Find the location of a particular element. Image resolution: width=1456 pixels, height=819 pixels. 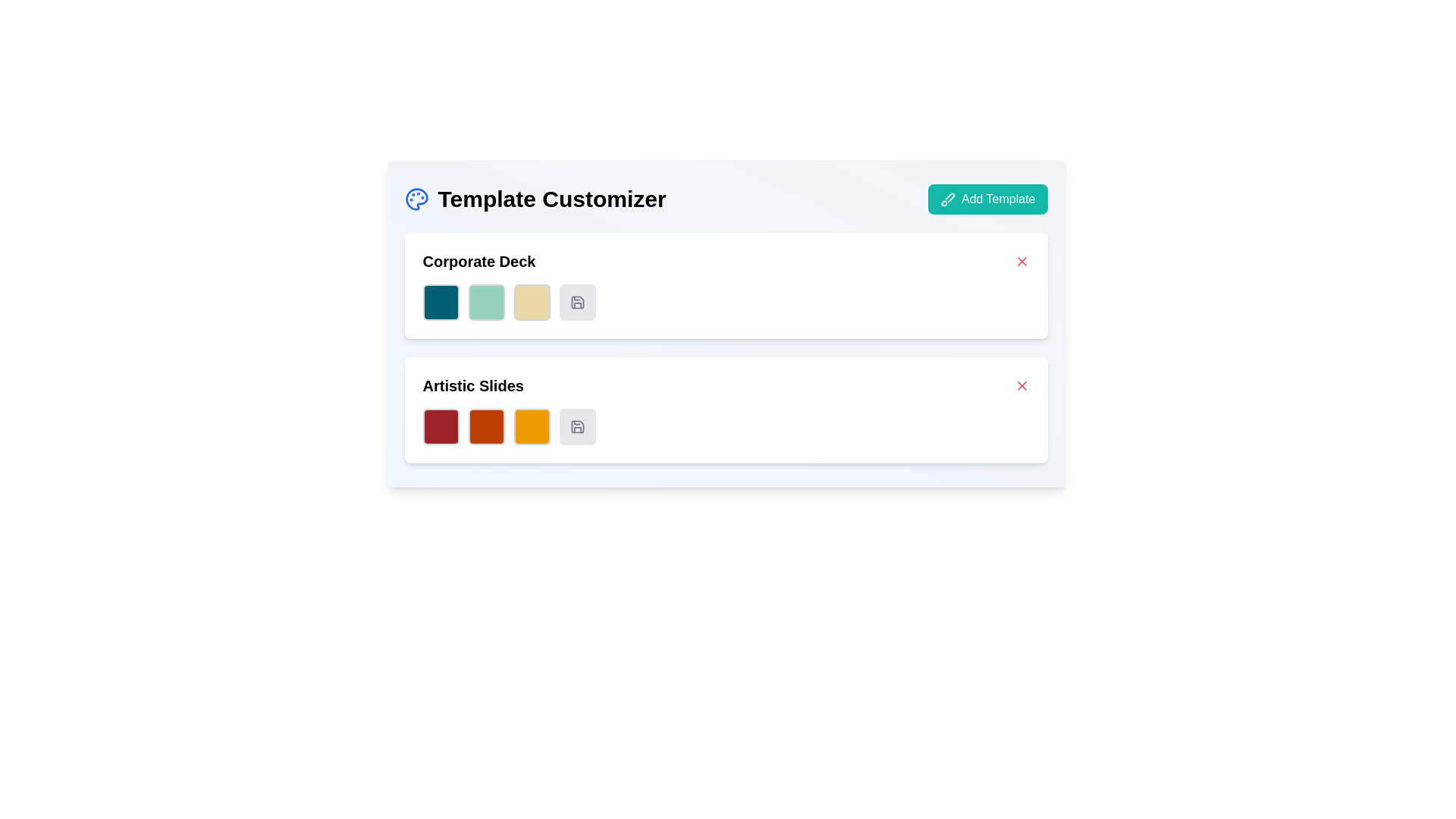

the white brush icon located within the 'Add Template' button in the top-right corner of the user interface is located at coordinates (946, 198).